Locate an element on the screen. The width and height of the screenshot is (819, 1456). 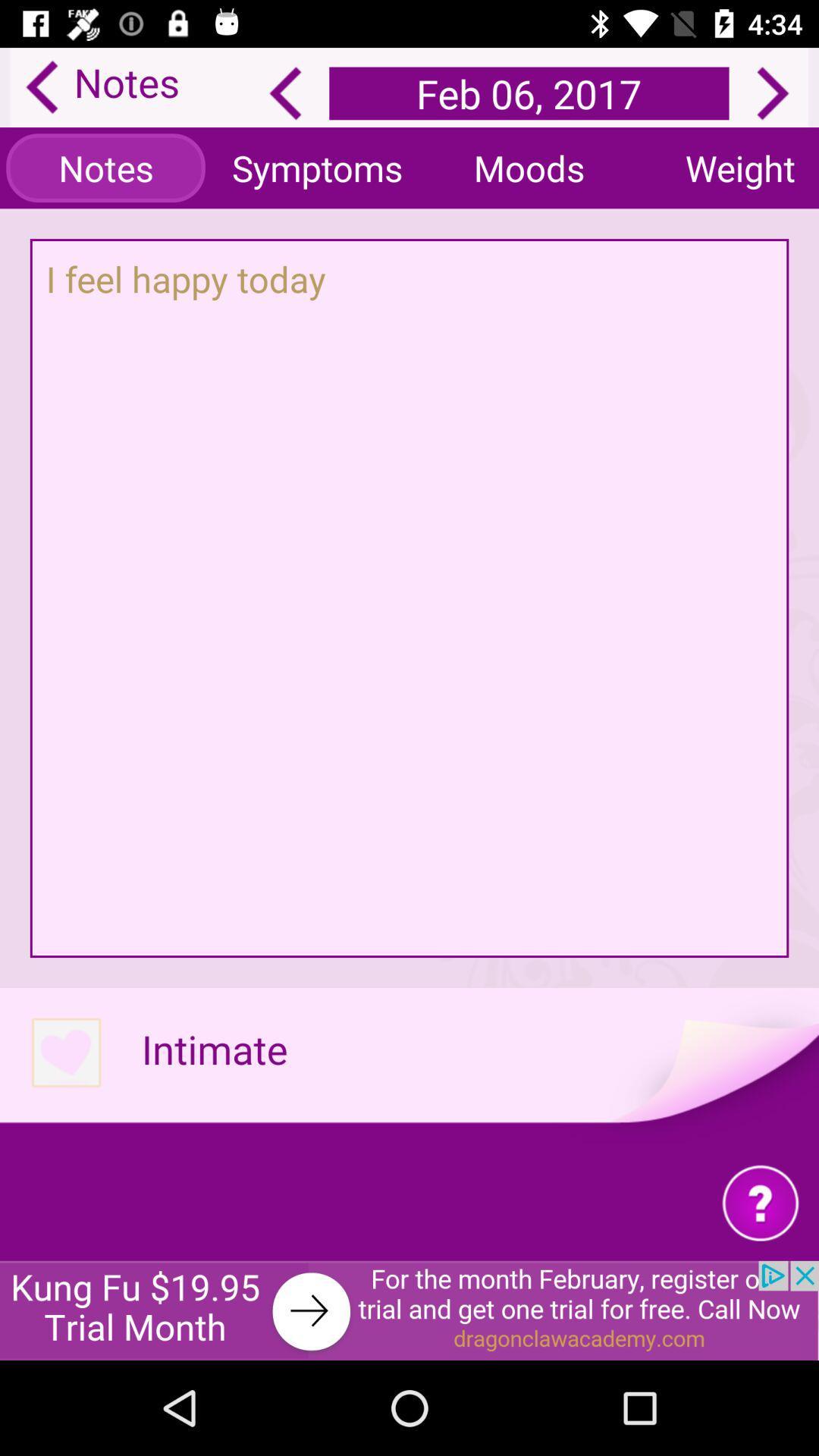
question symbol is located at coordinates (761, 1201).